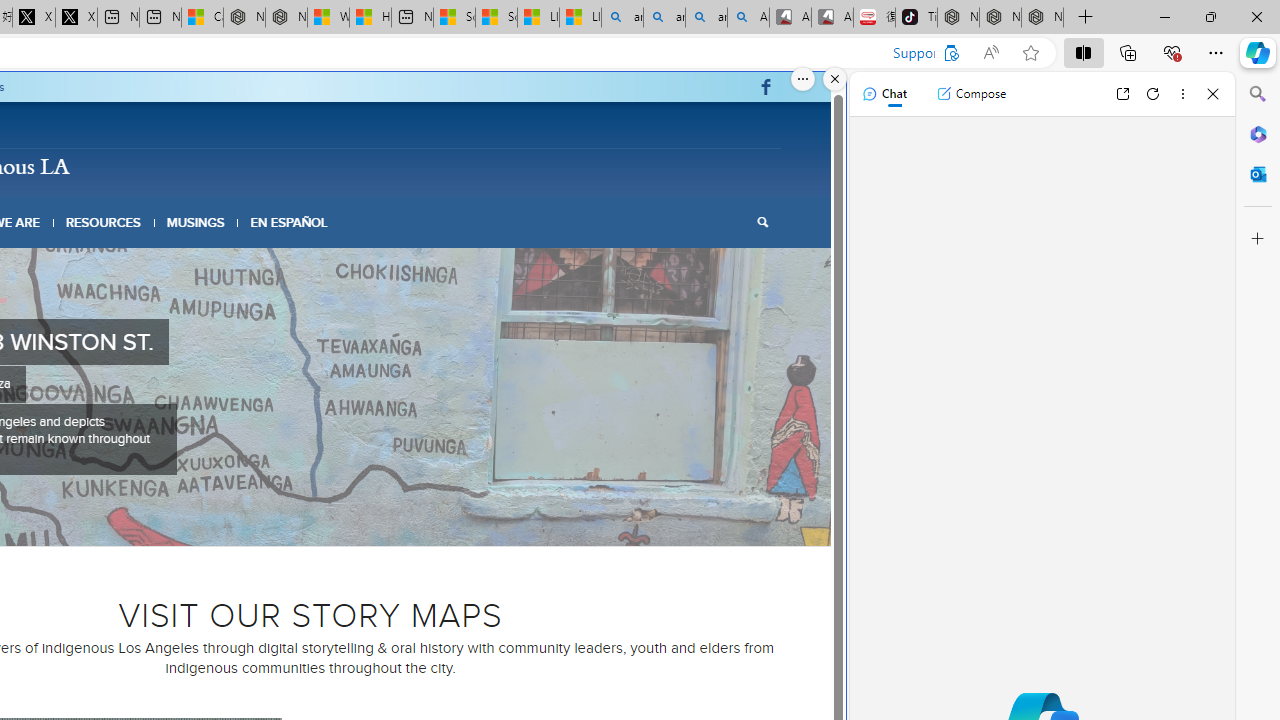 The width and height of the screenshot is (1280, 720). Describe the element at coordinates (915, 17) in the screenshot. I see `'TikTok'` at that location.